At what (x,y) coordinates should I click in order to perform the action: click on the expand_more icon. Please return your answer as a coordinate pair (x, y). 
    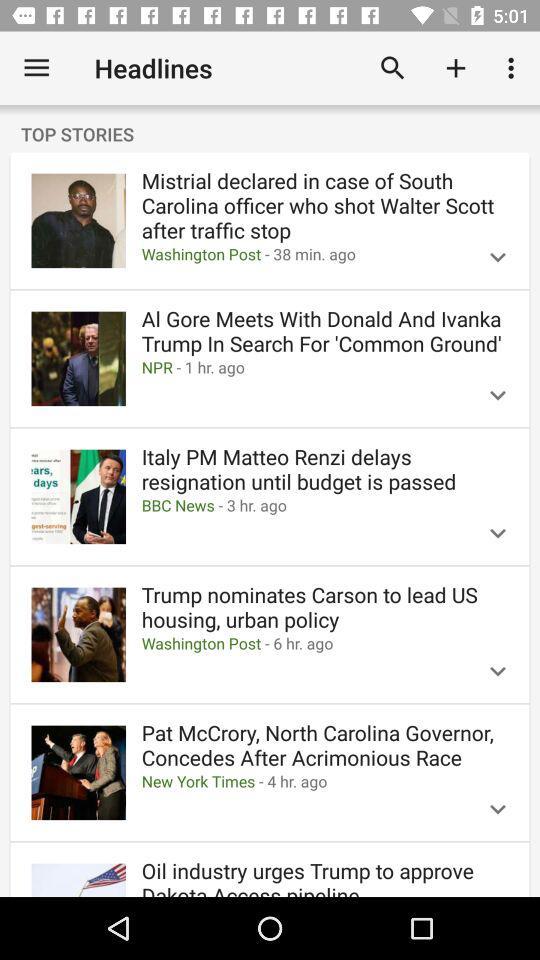
    Looking at the image, I should click on (496, 394).